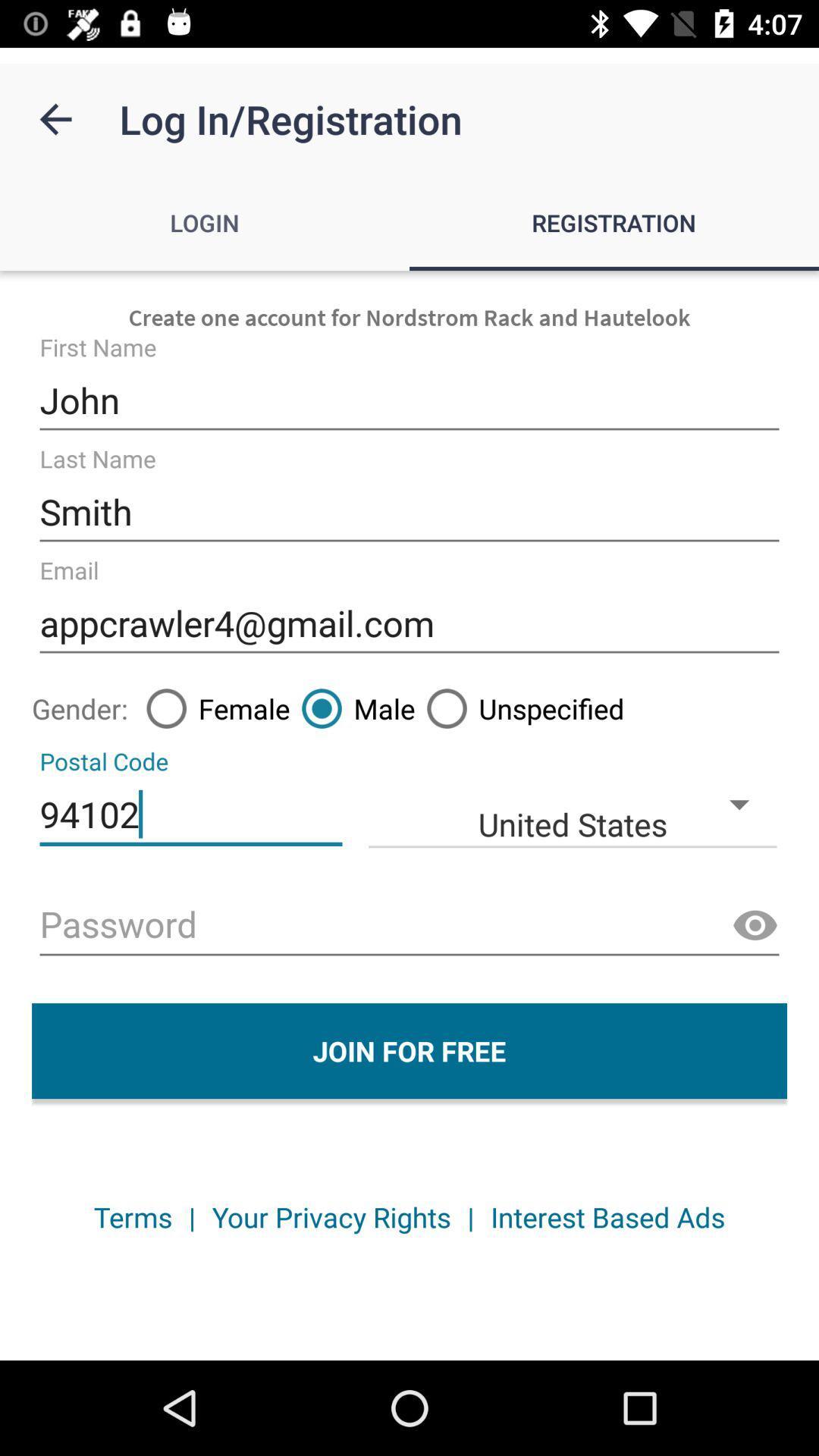 This screenshot has width=819, height=1456. Describe the element at coordinates (409, 925) in the screenshot. I see `password field` at that location.